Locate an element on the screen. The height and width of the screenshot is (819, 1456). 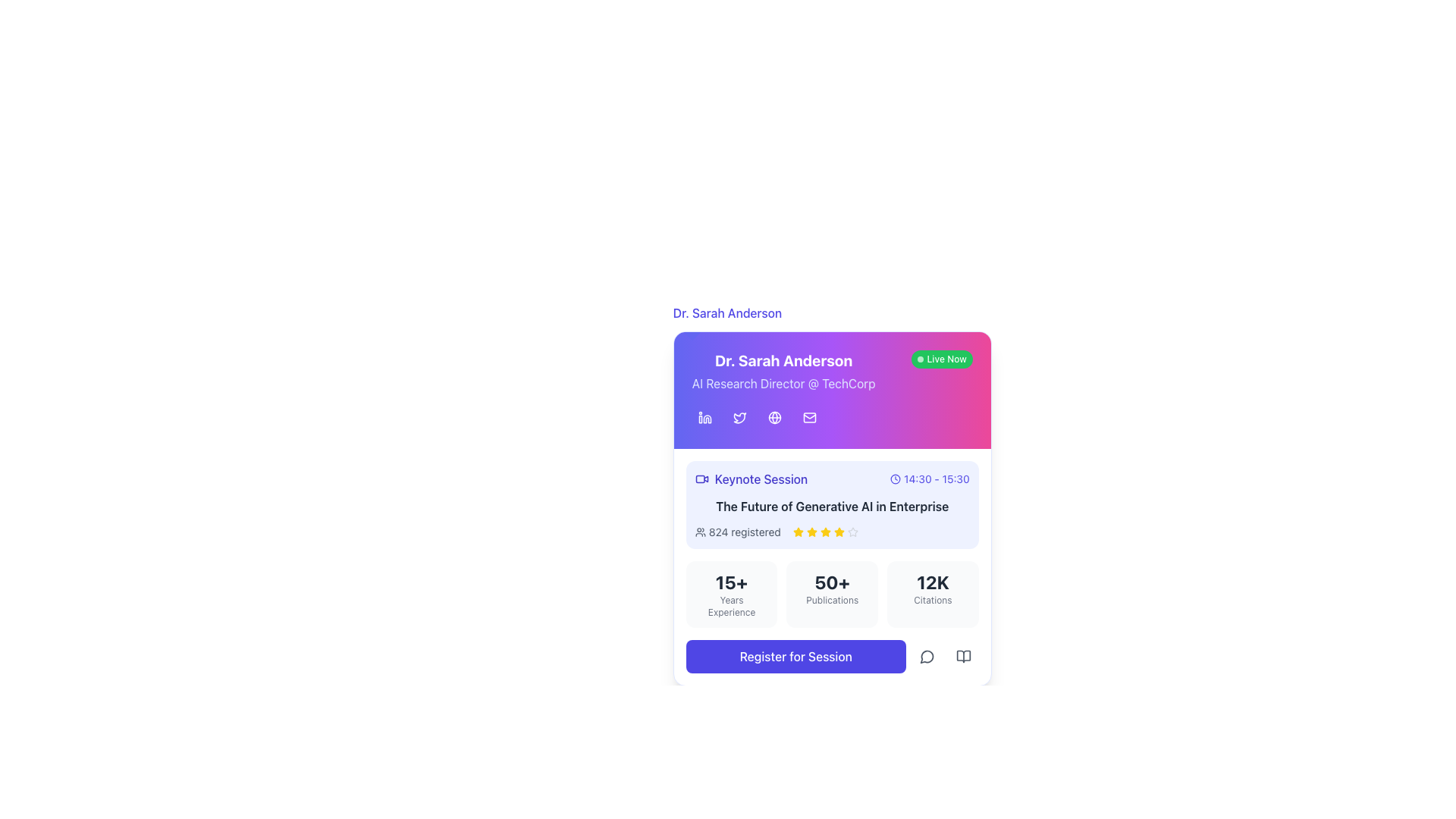
text of the 'Citations' label located beneath the '12K' number in the bottom-right corner of the card layout is located at coordinates (932, 599).